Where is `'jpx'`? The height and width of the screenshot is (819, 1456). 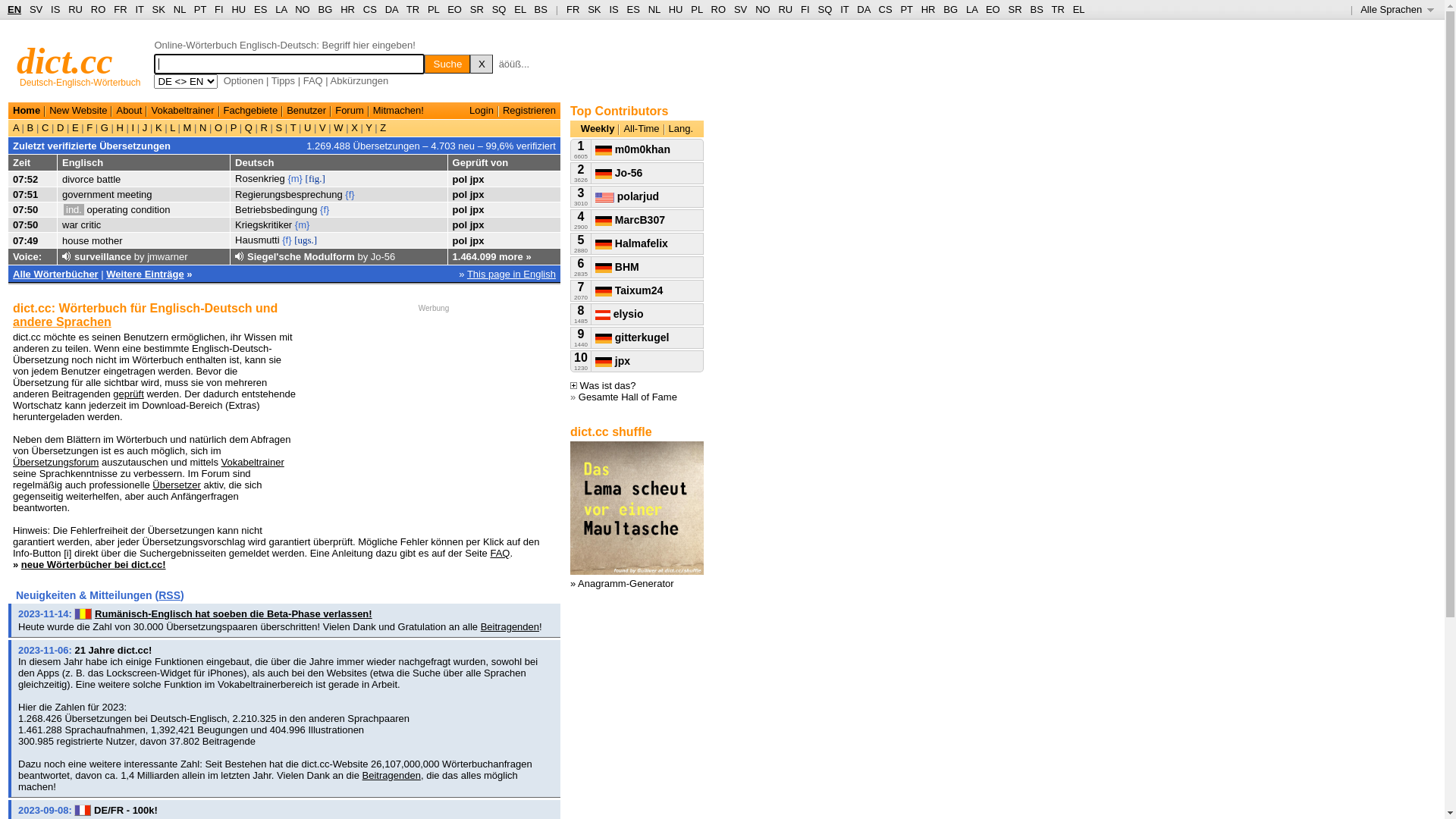 'jpx' is located at coordinates (476, 193).